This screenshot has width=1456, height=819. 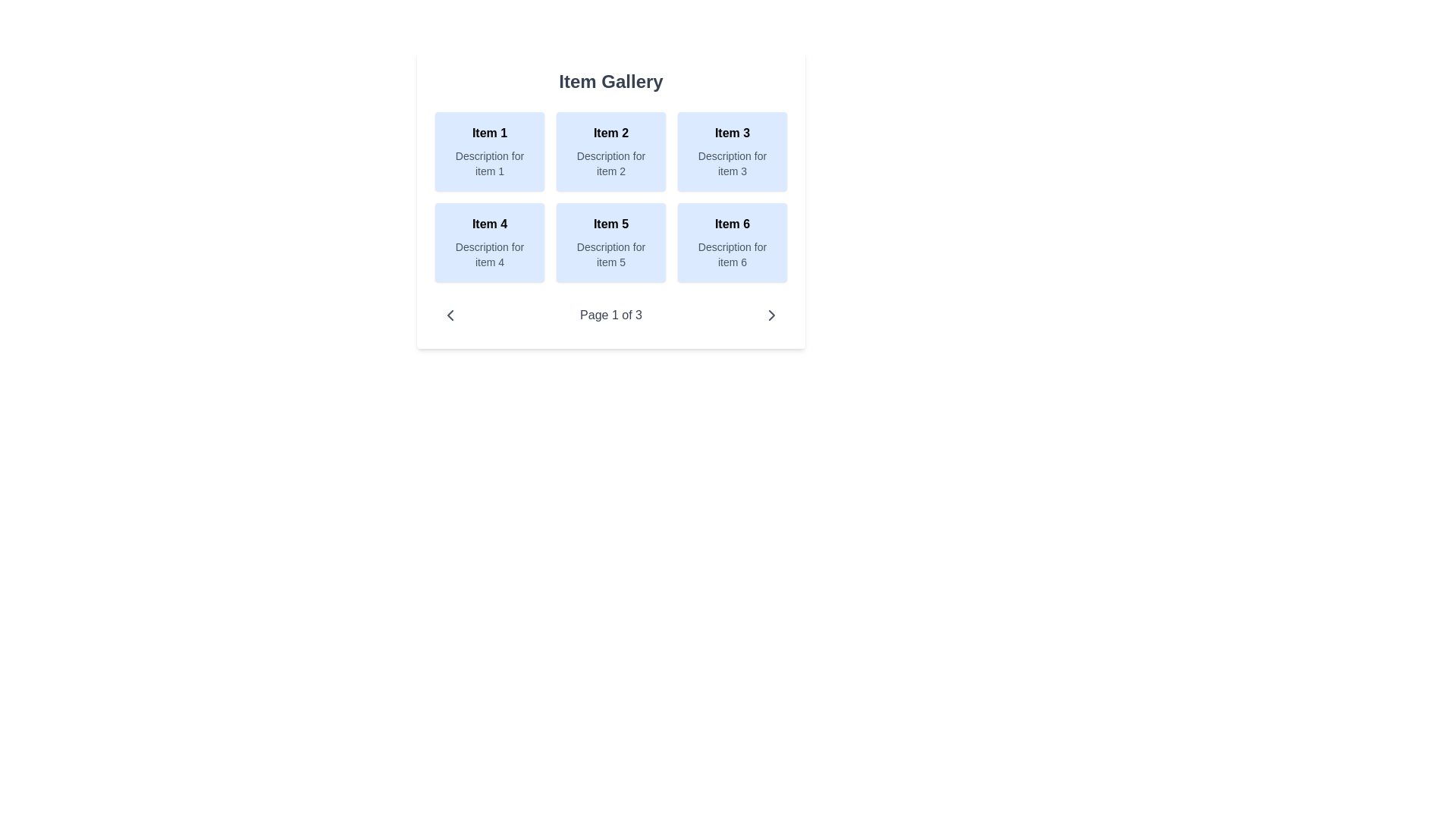 I want to click on the informational block item located in the first position of the grid layout, which is in the upper-left corner of the grid, so click(x=490, y=152).